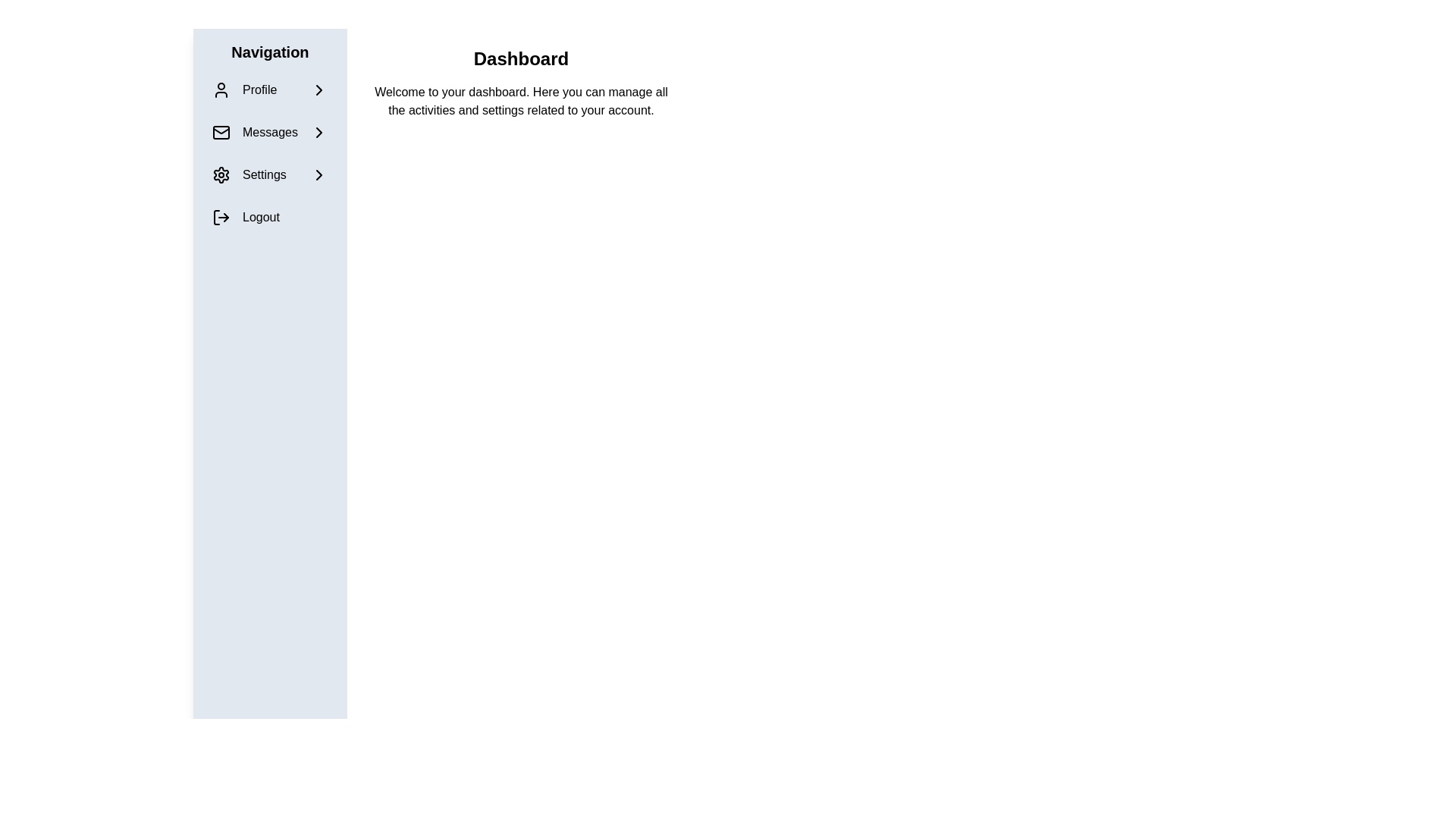  I want to click on the 'Logout' button, which features a logout icon and is the fourth item in the vertical navigation menu on the left side of the interface, so click(270, 217).